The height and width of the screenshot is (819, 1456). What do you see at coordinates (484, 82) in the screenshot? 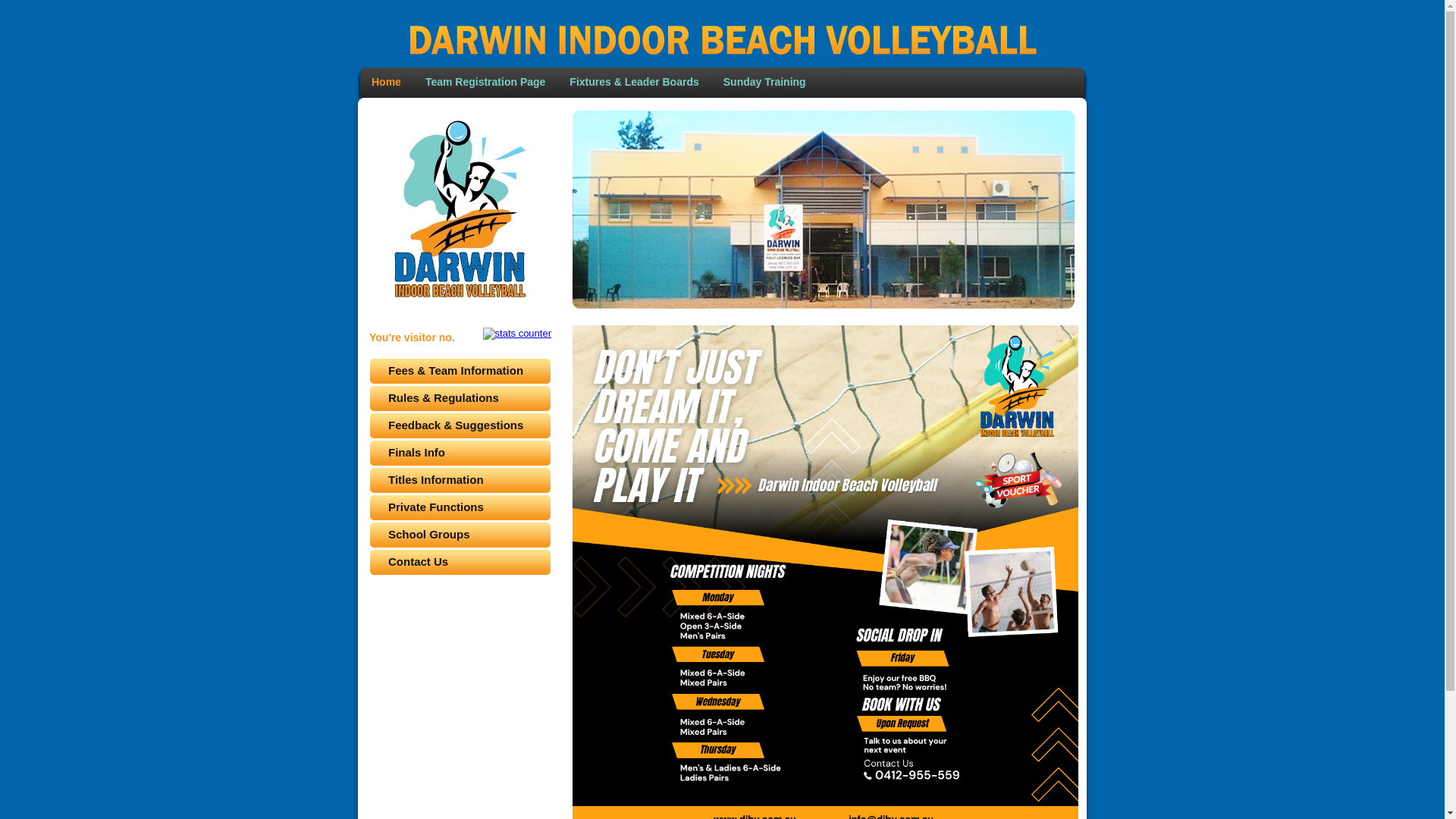
I see `'Team Registration Page'` at bounding box center [484, 82].